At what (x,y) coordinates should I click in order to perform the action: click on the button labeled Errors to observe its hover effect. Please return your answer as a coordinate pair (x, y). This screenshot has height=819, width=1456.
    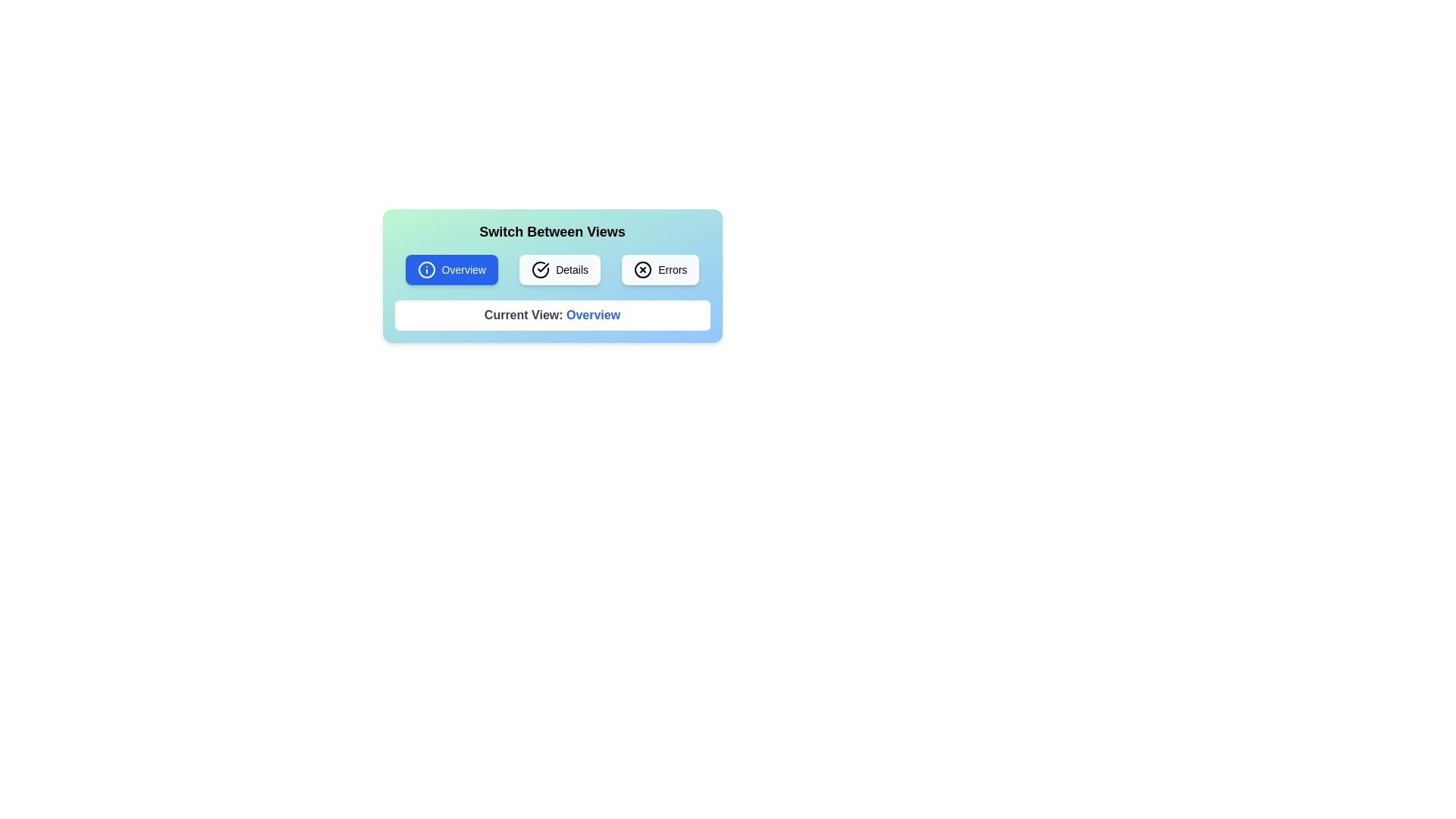
    Looking at the image, I should click on (661, 268).